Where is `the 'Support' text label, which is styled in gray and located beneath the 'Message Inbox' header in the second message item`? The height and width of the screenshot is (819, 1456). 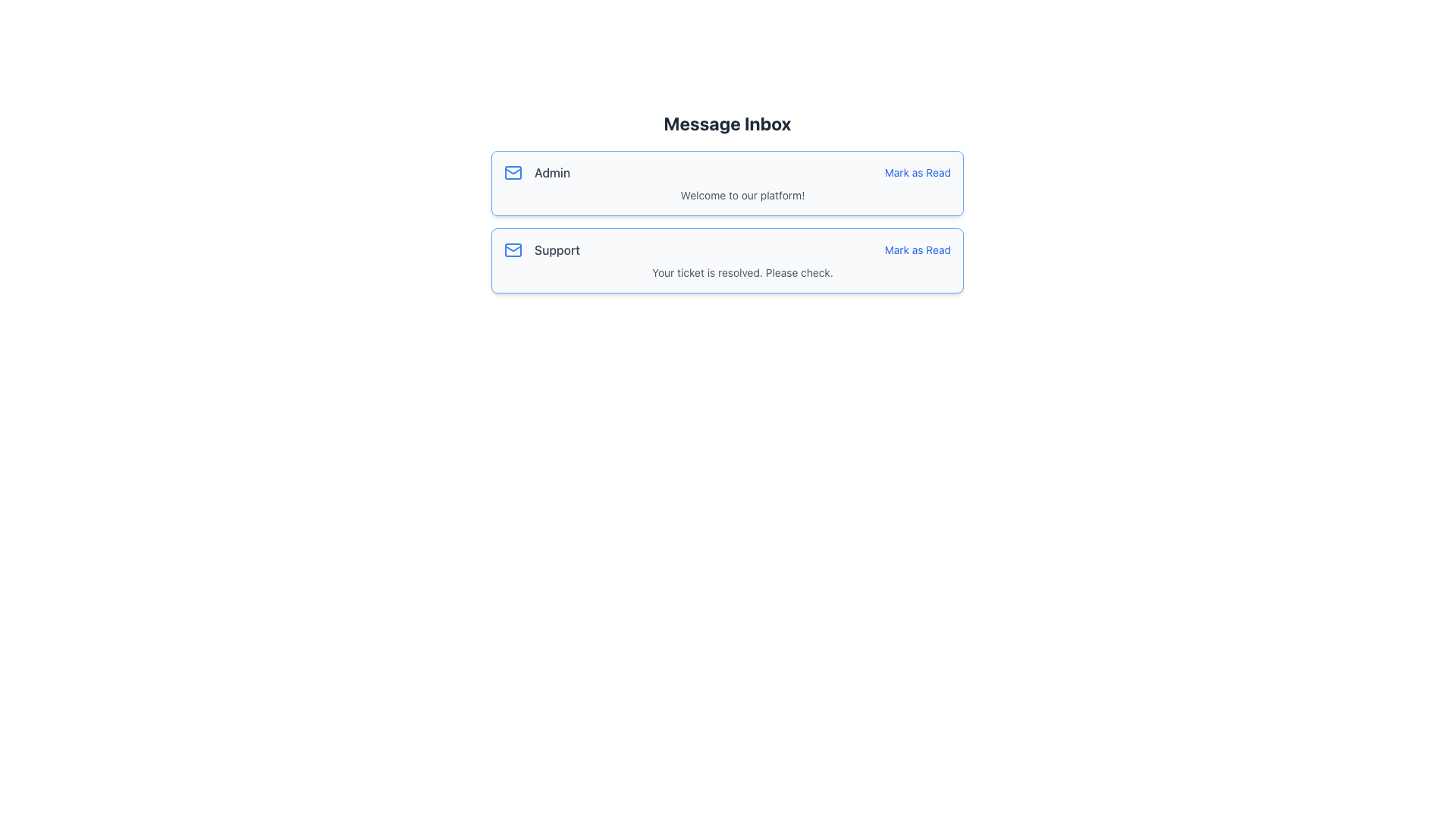 the 'Support' text label, which is styled in gray and located beneath the 'Message Inbox' header in the second message item is located at coordinates (556, 249).